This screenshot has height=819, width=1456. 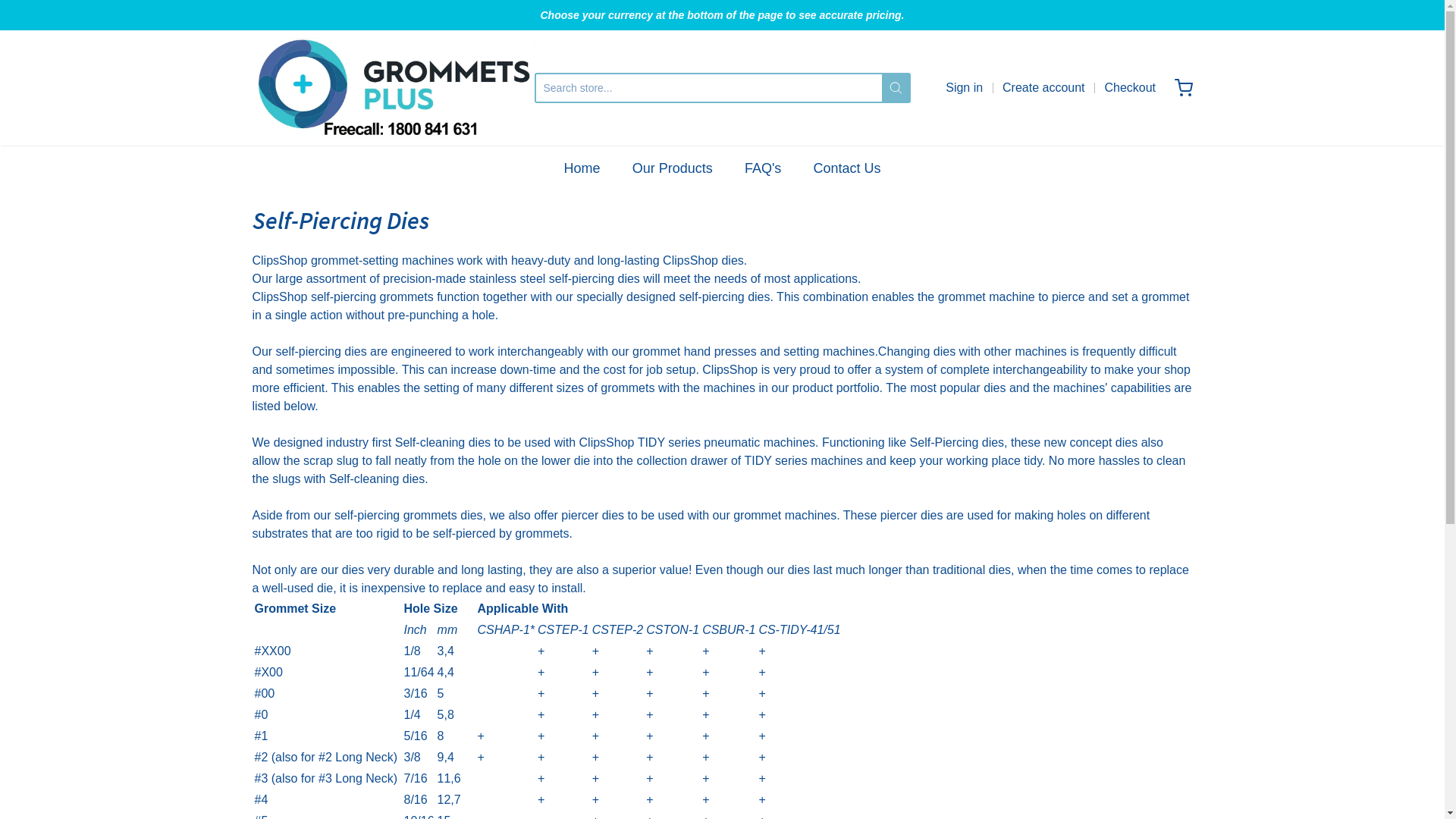 I want to click on 'FAQ's', so click(x=745, y=168).